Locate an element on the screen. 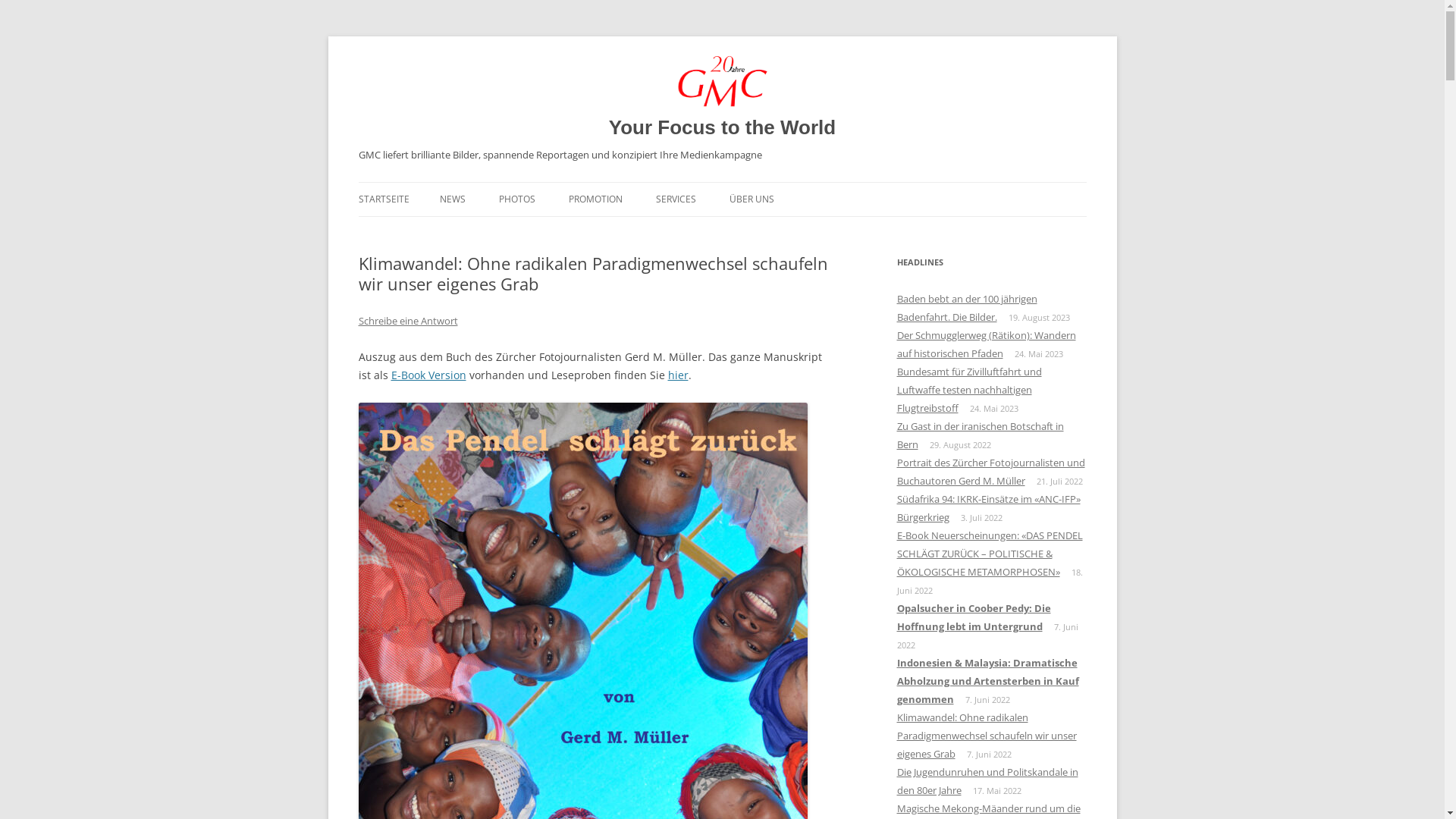 The height and width of the screenshot is (819, 1456). 'PHOTOS' is located at coordinates (516, 198).